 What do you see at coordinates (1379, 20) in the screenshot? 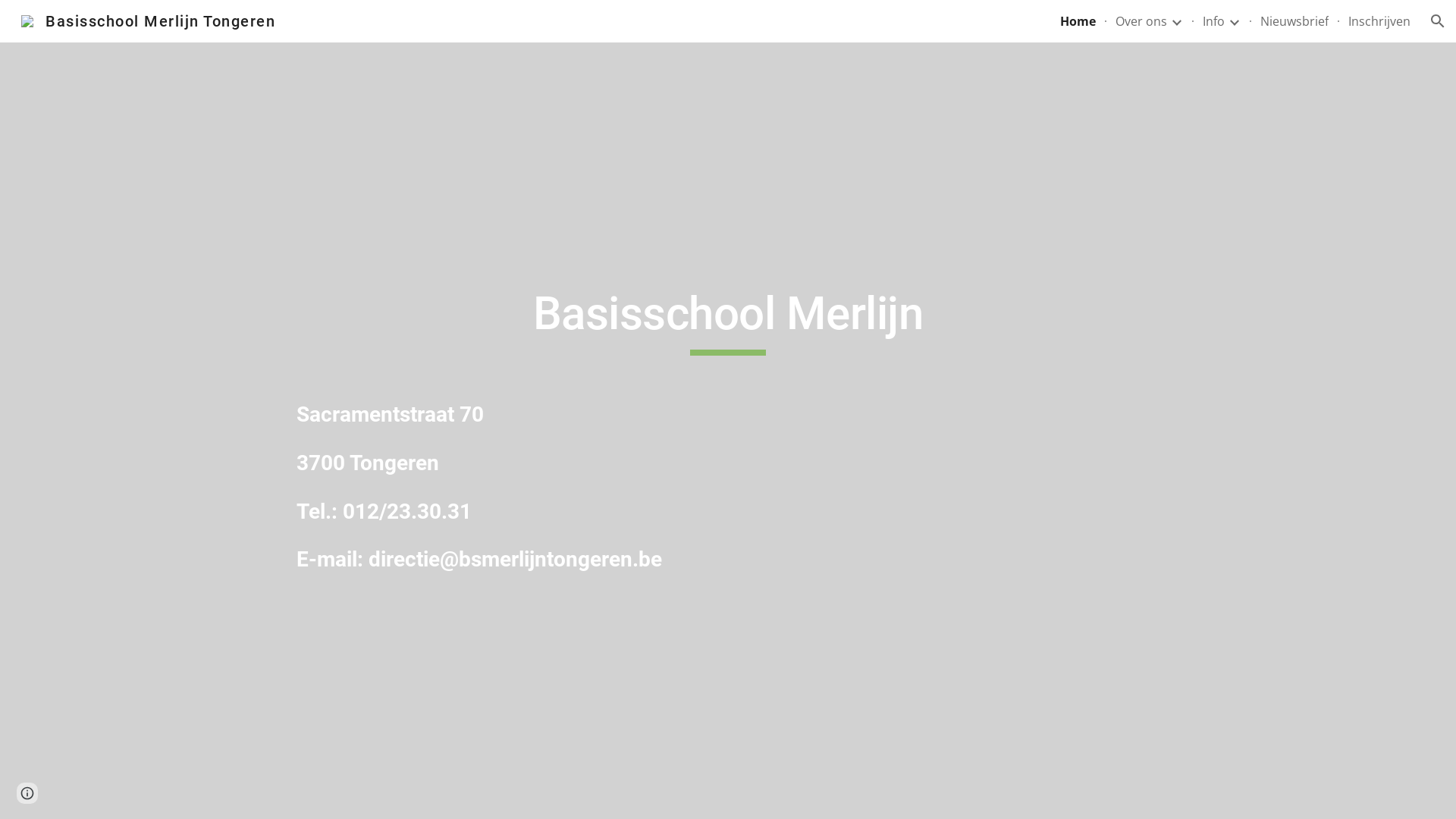
I see `'Inschrijven'` at bounding box center [1379, 20].